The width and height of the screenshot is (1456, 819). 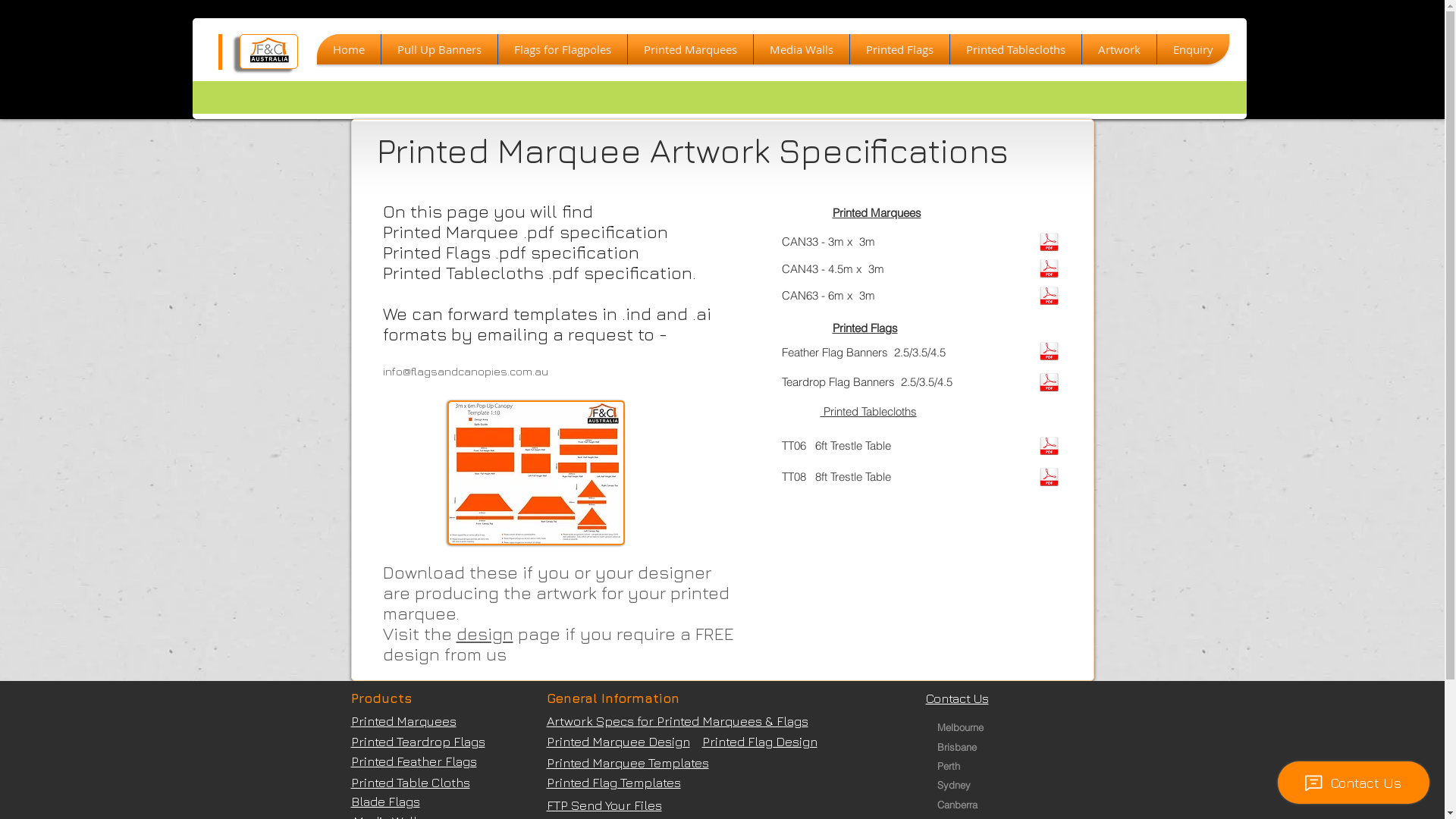 What do you see at coordinates (560, 49) in the screenshot?
I see `'Flags for Flagpoles'` at bounding box center [560, 49].